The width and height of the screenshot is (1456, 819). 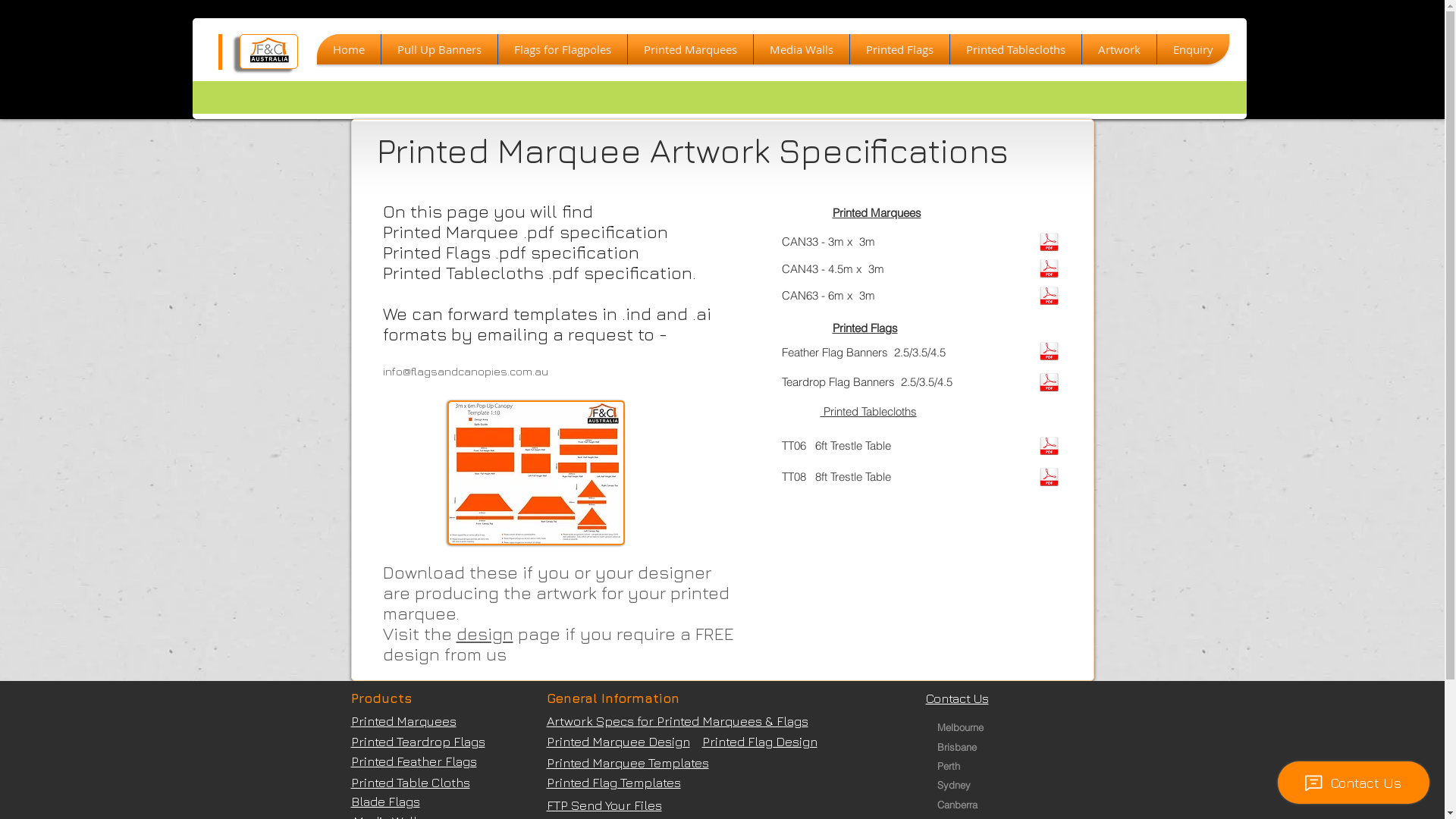 What do you see at coordinates (560, 49) in the screenshot?
I see `'Flags for Flagpoles'` at bounding box center [560, 49].